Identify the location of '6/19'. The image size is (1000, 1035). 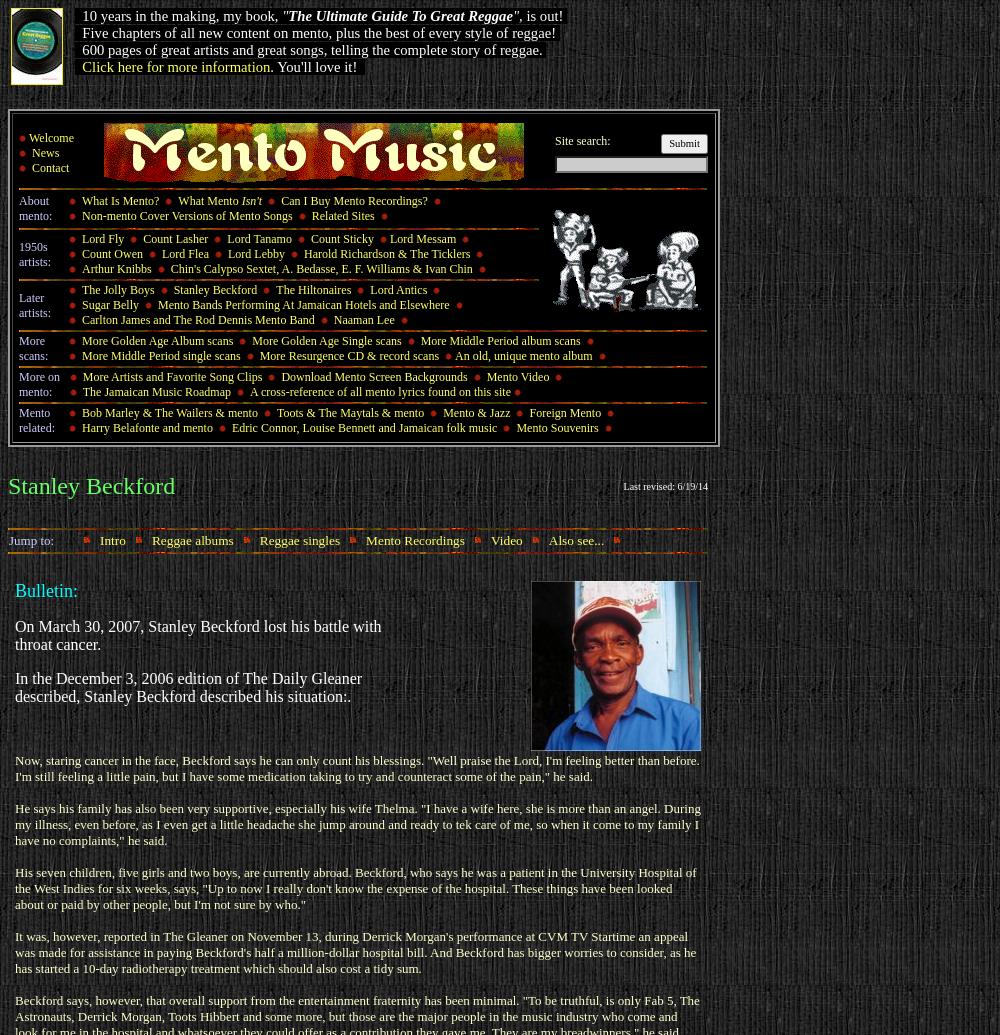
(686, 486).